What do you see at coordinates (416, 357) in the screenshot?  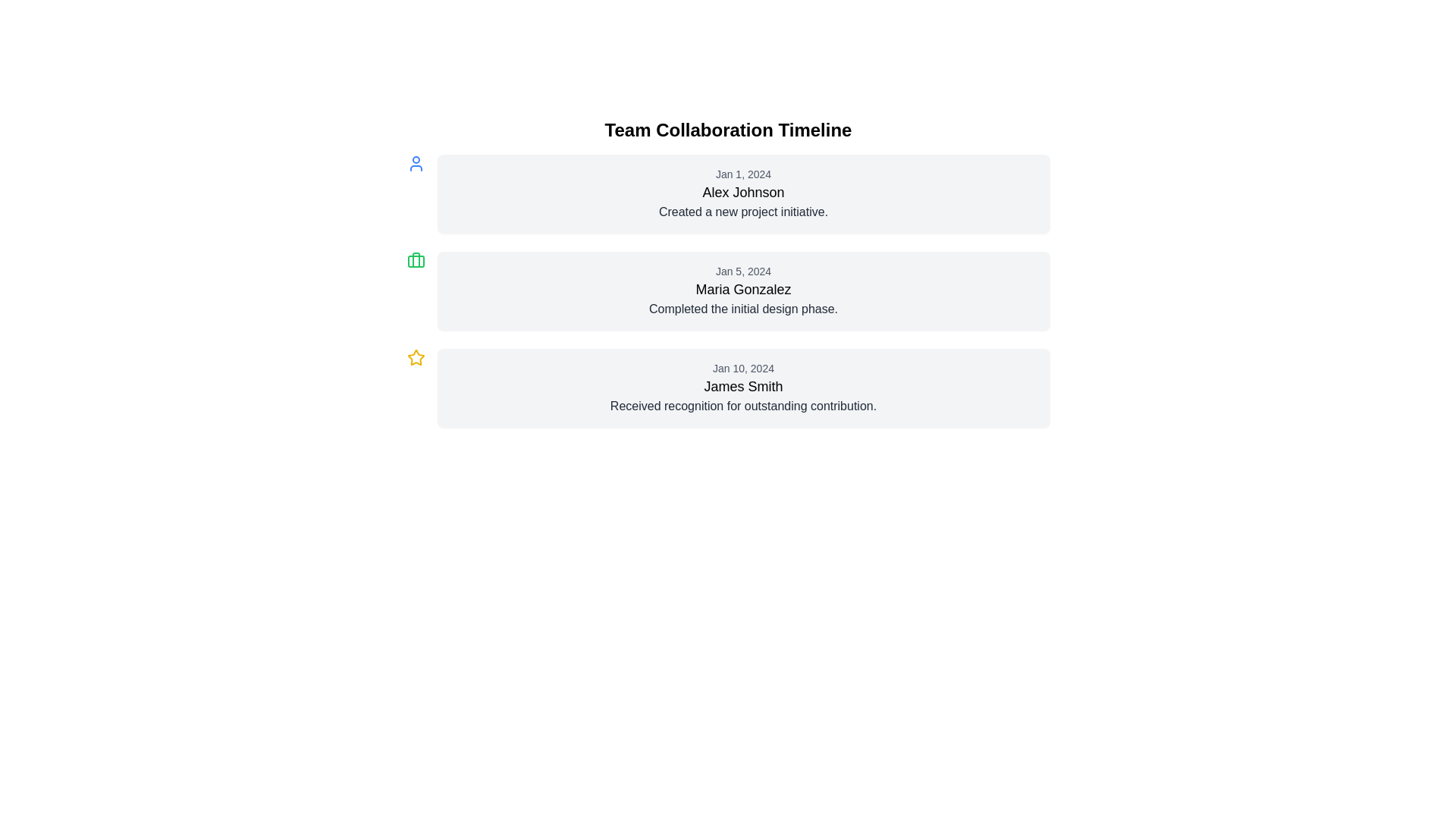 I see `the star icon with a yellow outline located to the left of the recognition event for 'James Smith' dated Jan 10, 2024 in the vertical timeline interface` at bounding box center [416, 357].